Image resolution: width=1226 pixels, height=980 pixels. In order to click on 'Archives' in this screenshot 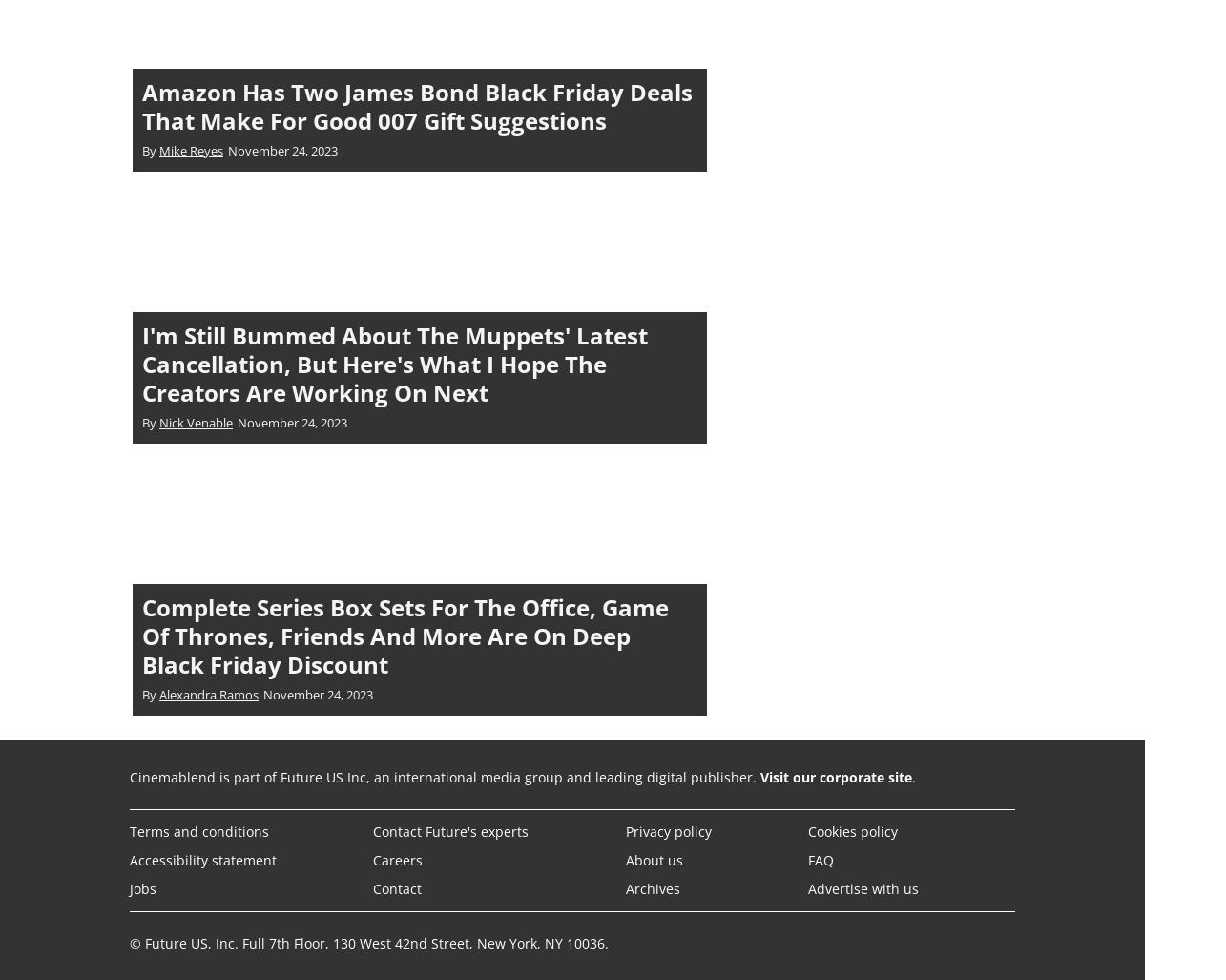, I will do `click(651, 887)`.